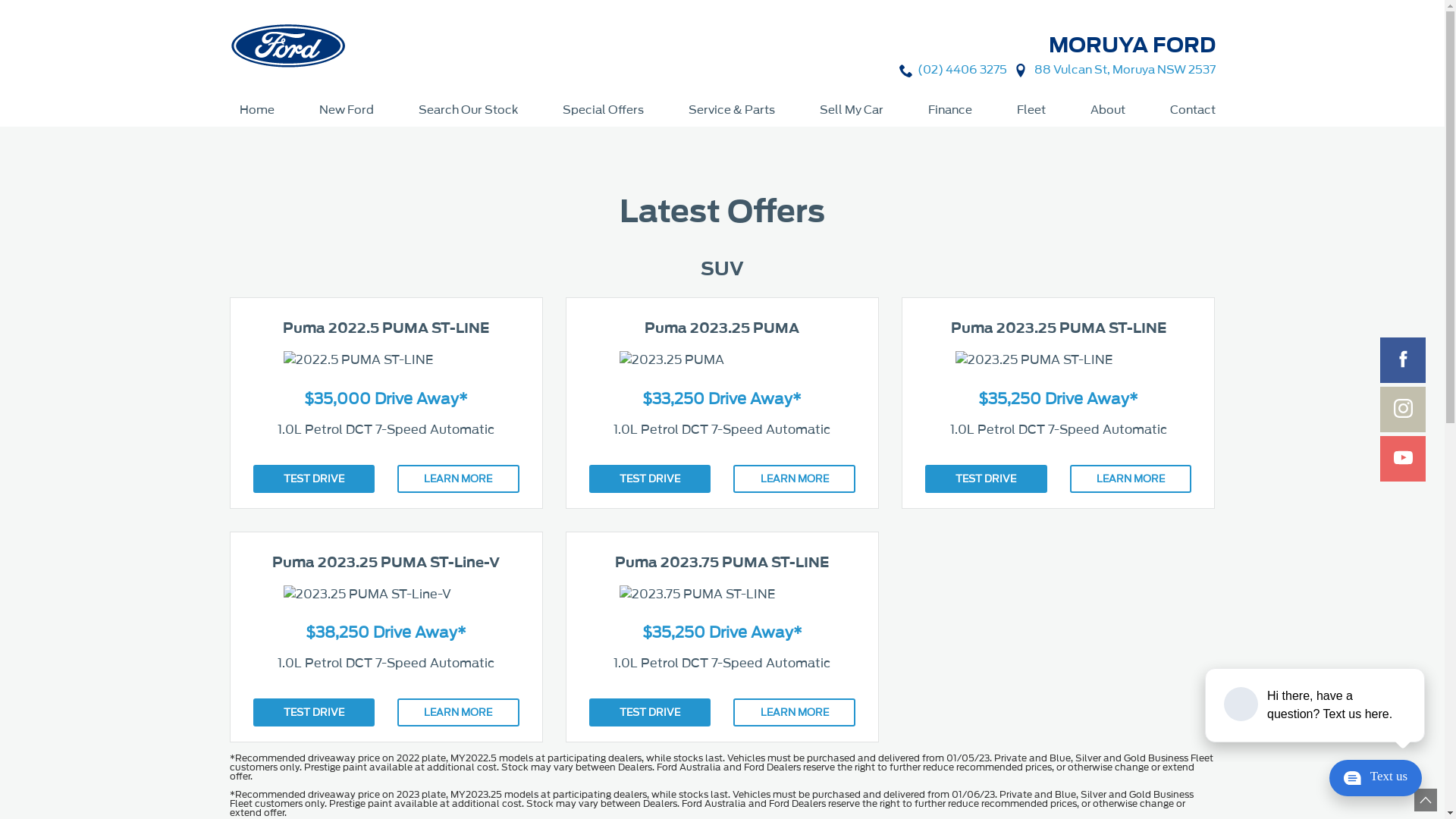 The height and width of the screenshot is (819, 1456). I want to click on 'Search Our Stock', so click(466, 109).